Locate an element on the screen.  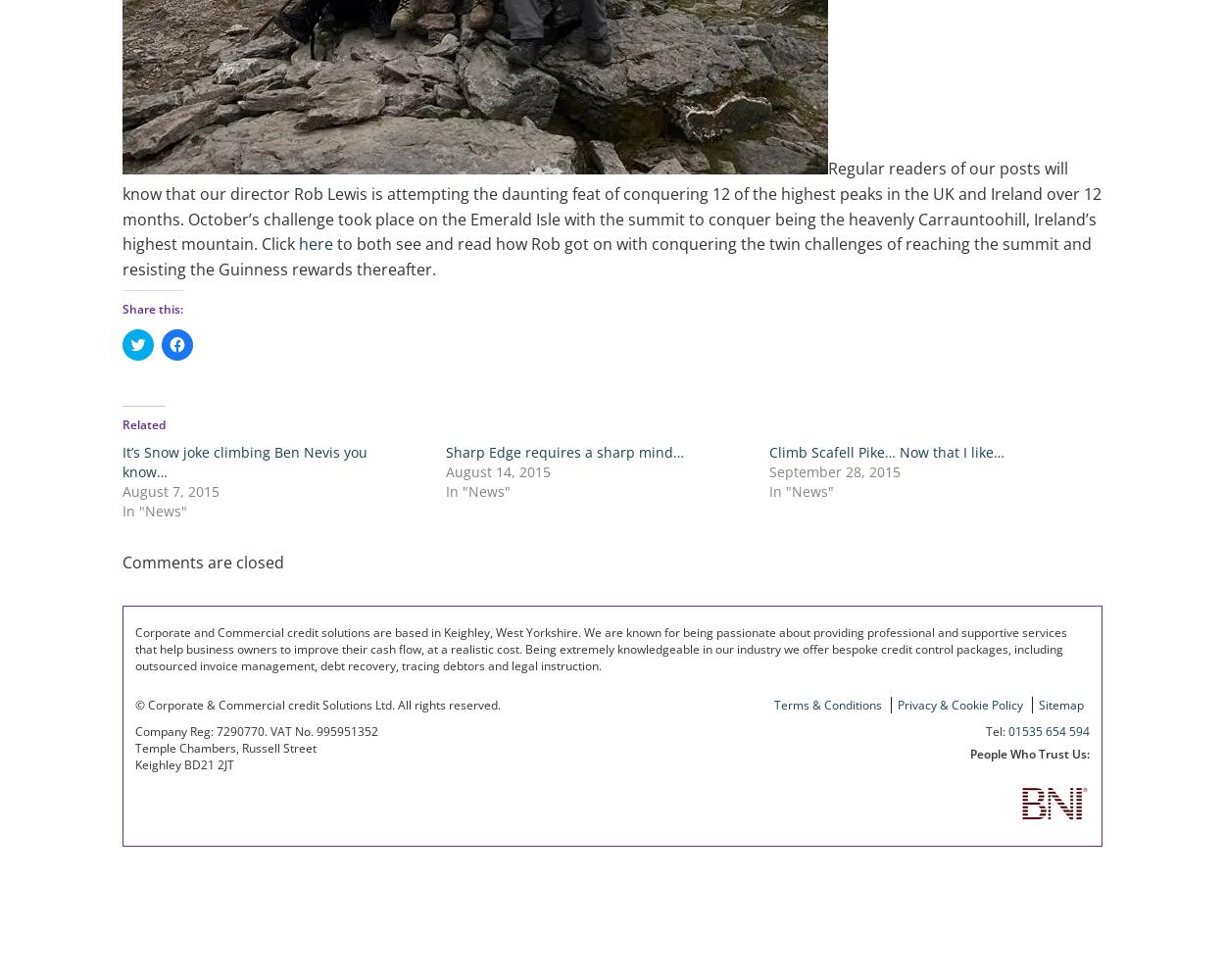
'Share this:' is located at coordinates (122, 308).